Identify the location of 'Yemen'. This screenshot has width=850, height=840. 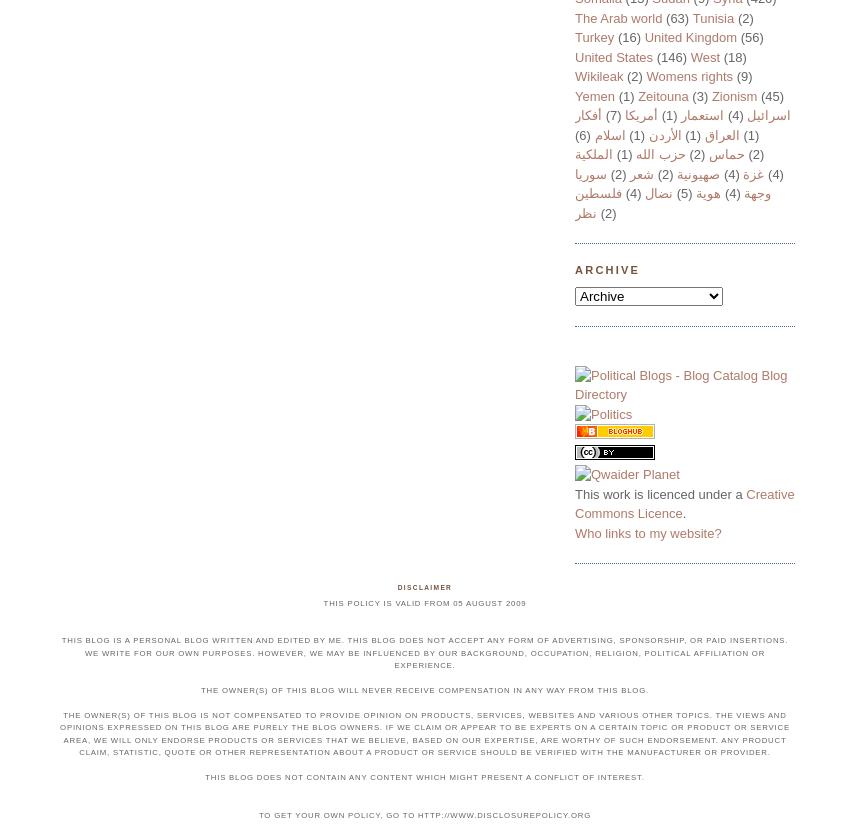
(595, 95).